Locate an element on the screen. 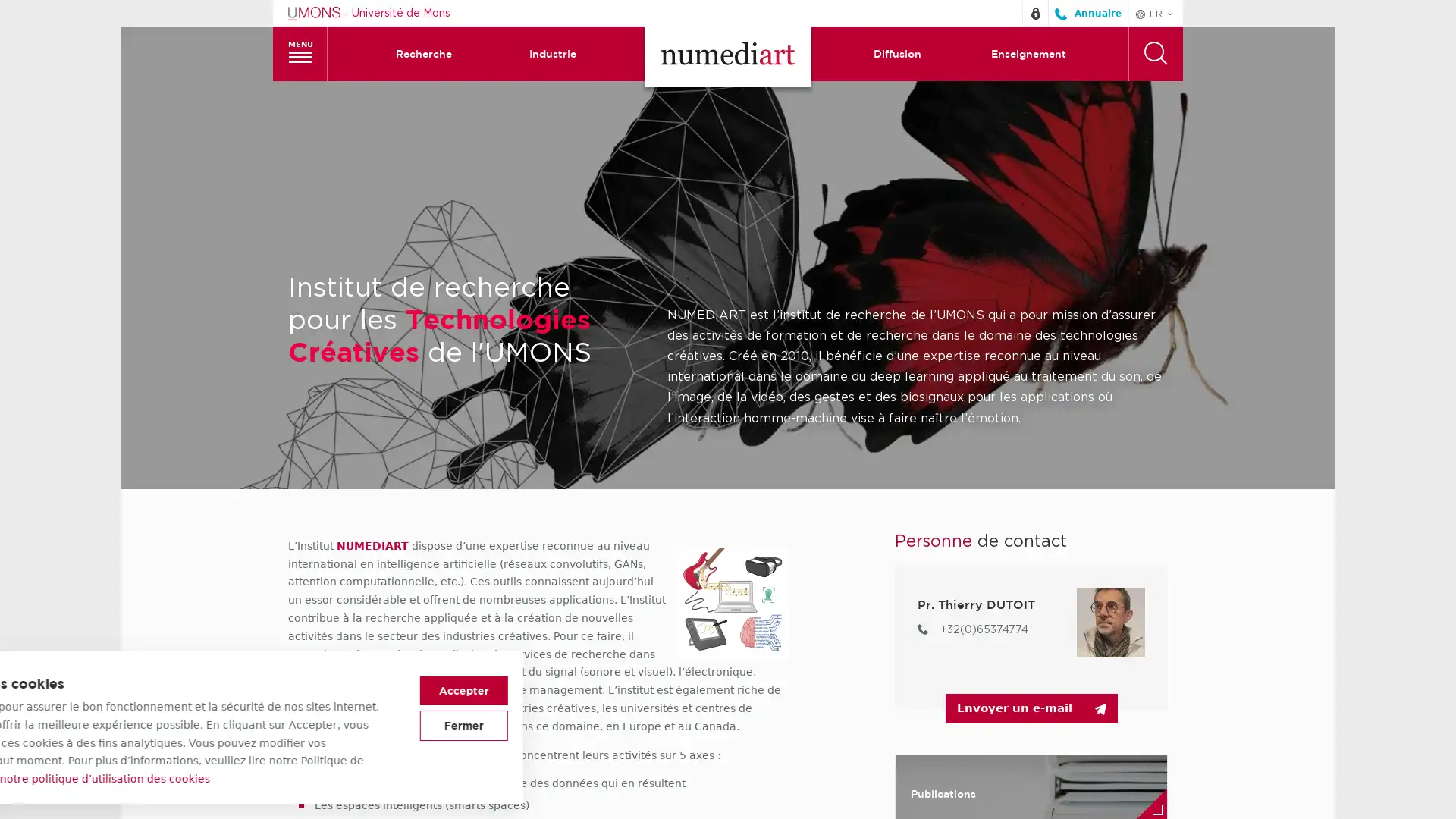  FR is located at coordinates (1154, 12).